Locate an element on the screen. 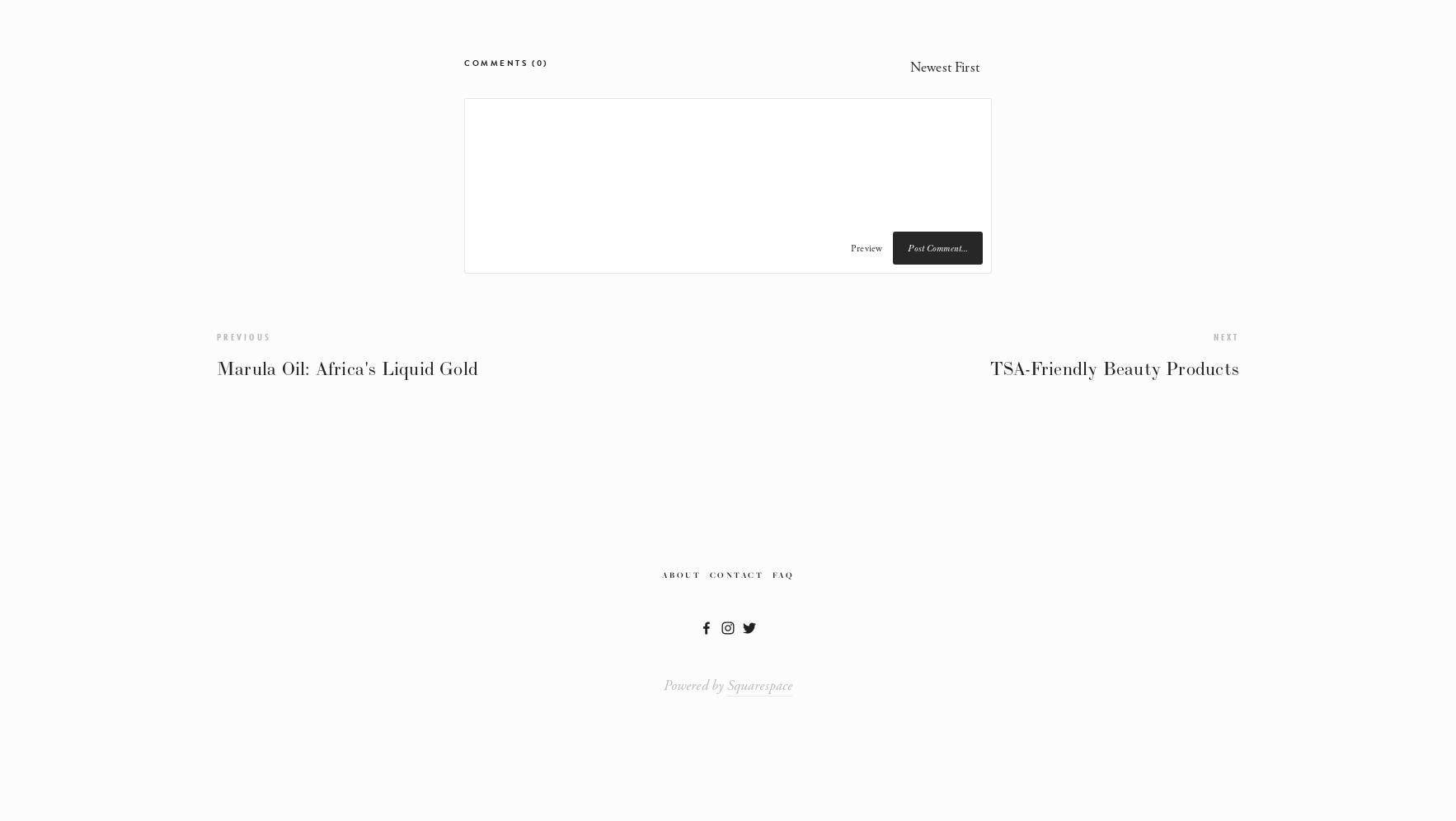 The image size is (1456, 821). 'Previous' is located at coordinates (242, 335).